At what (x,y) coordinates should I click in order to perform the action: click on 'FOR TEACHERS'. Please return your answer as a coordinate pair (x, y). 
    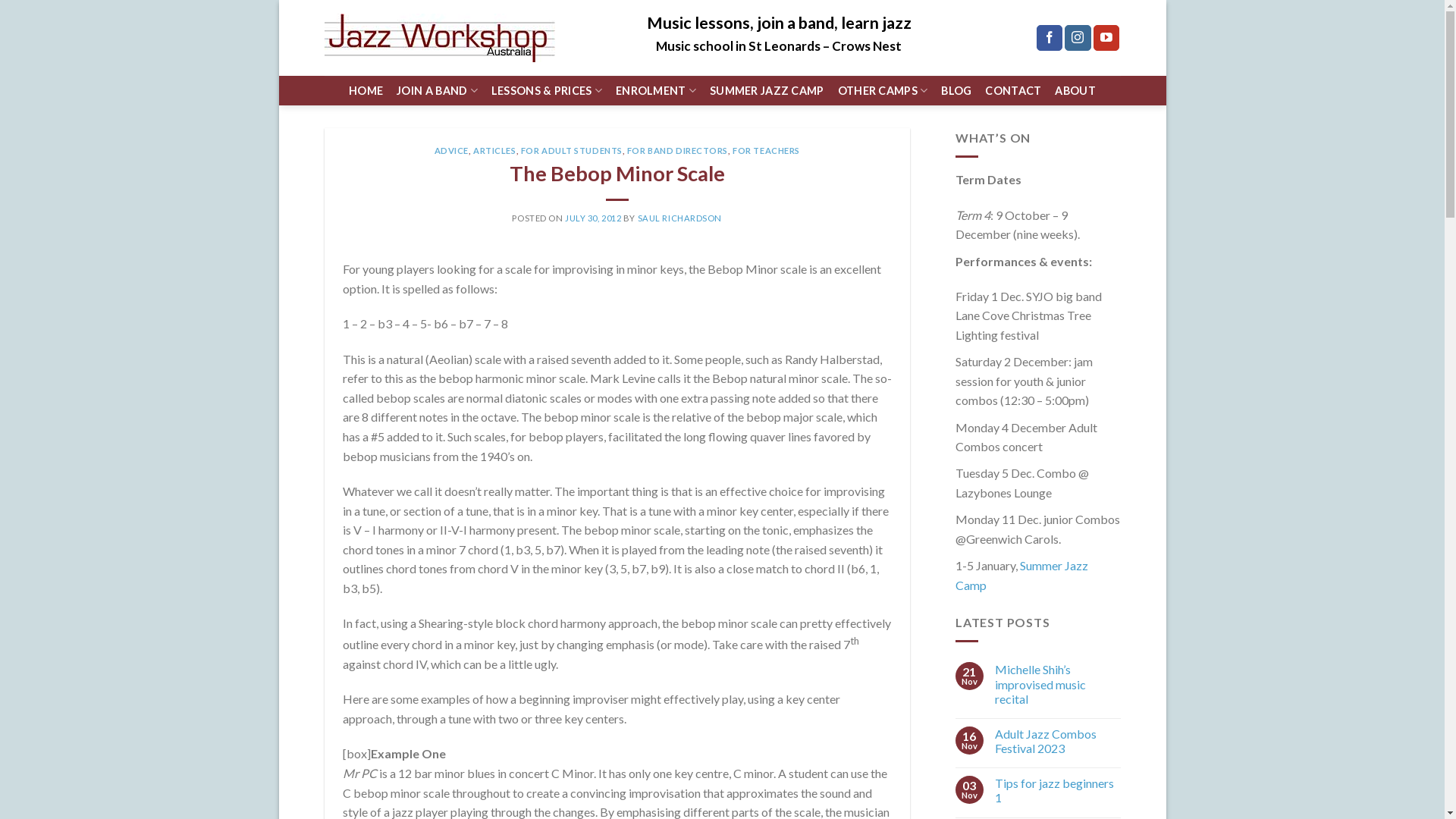
    Looking at the image, I should click on (766, 150).